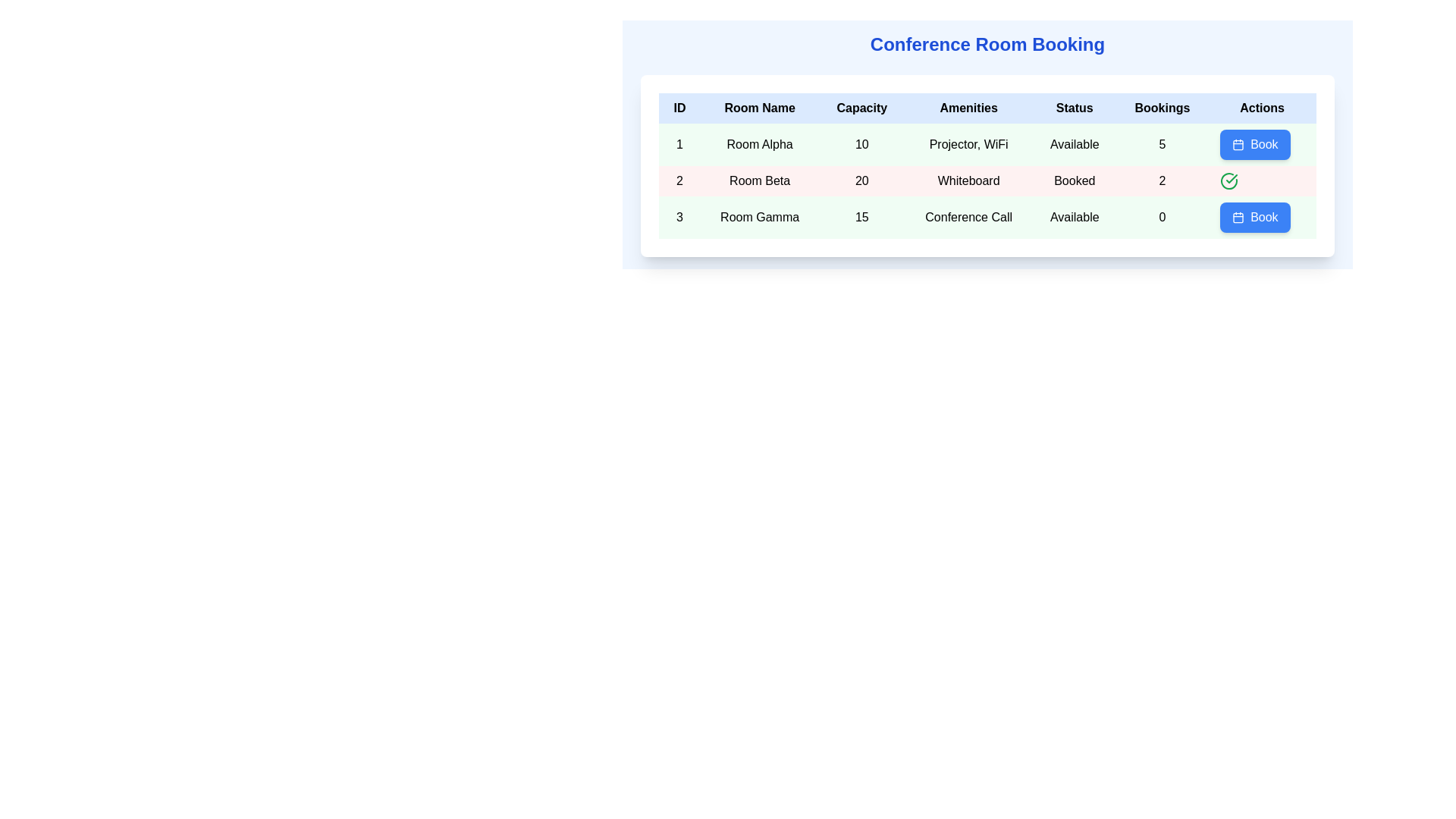 The image size is (1456, 819). Describe the element at coordinates (679, 217) in the screenshot. I see `the numeral '3' displayed in the leftmost column of the row under the 'ID' column in the table for 'Room Gamma'` at that location.